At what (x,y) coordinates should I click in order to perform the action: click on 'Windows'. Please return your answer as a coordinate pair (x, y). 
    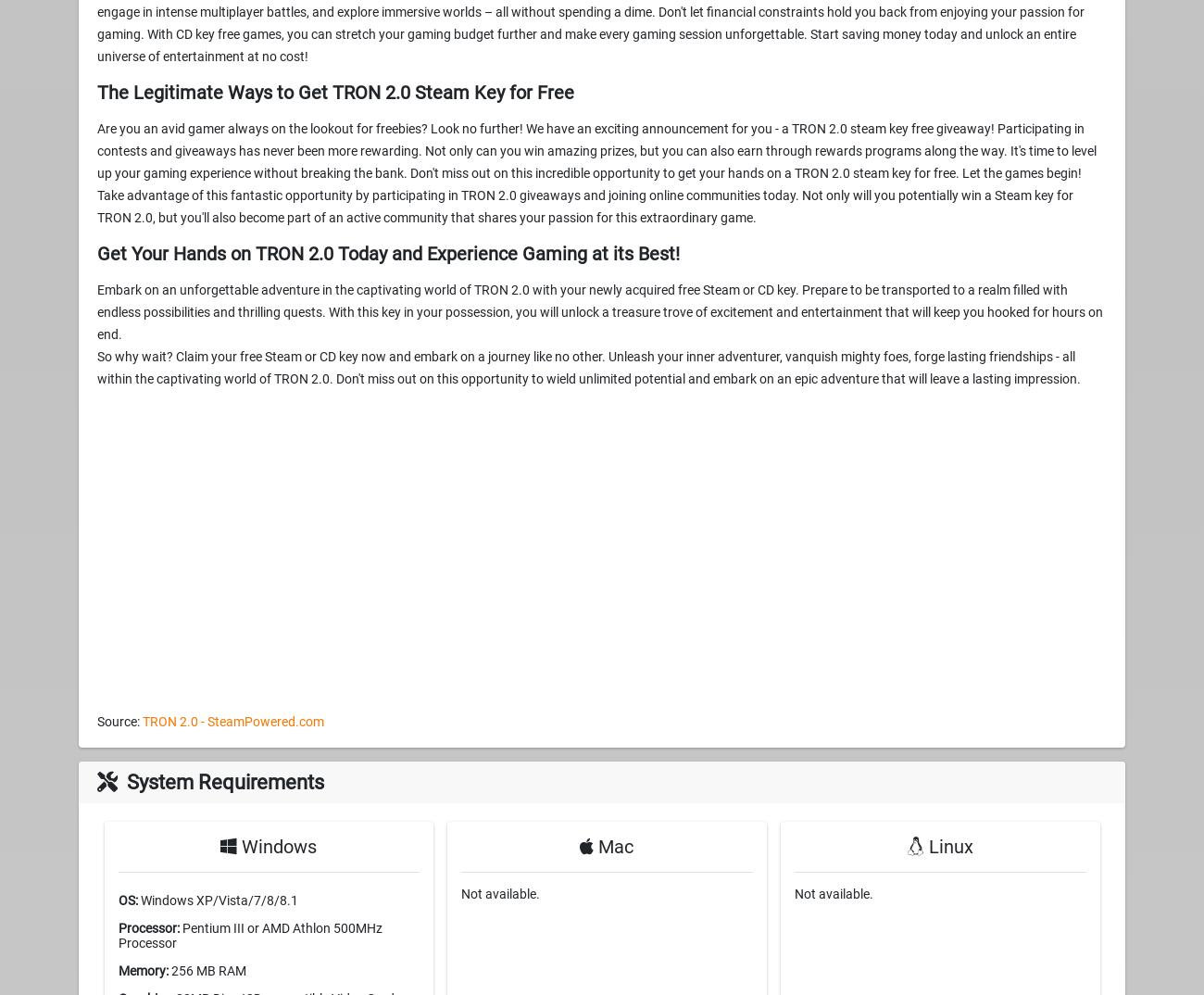
    Looking at the image, I should click on (277, 845).